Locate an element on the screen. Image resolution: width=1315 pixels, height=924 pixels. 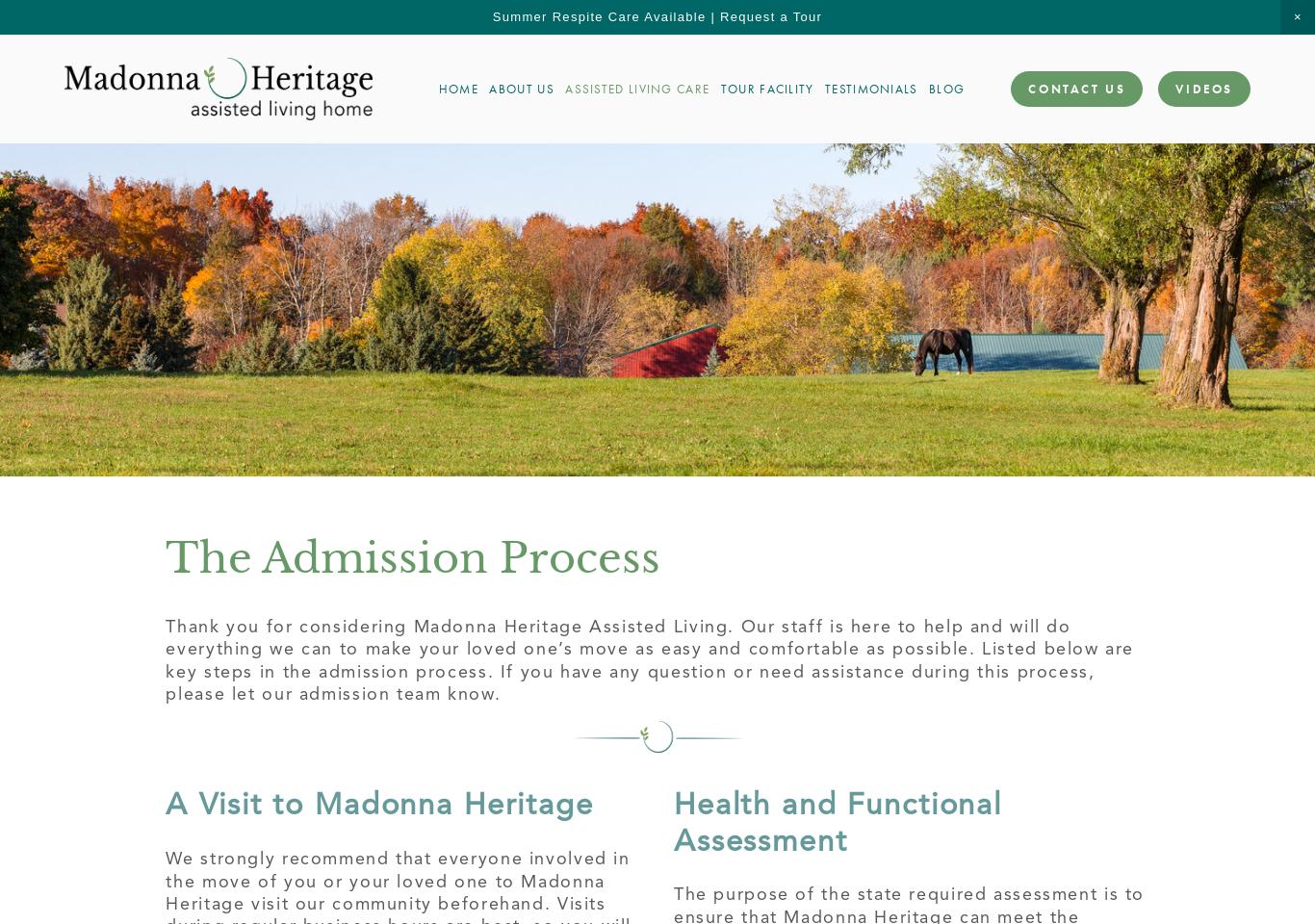
'Health and Functional Assessment' is located at coordinates (841, 820).